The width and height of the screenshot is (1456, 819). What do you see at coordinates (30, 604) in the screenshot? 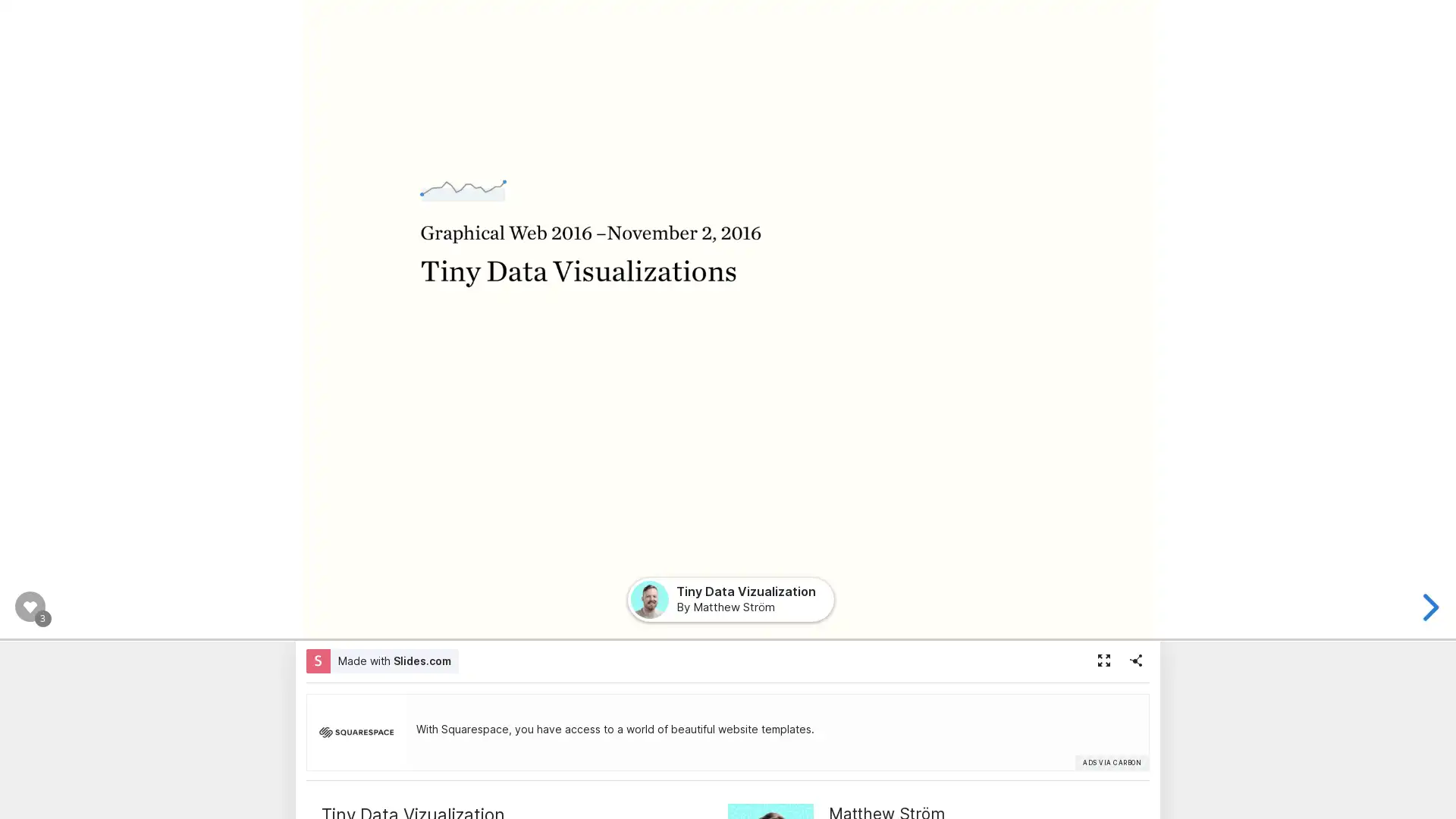
I see `3` at bounding box center [30, 604].